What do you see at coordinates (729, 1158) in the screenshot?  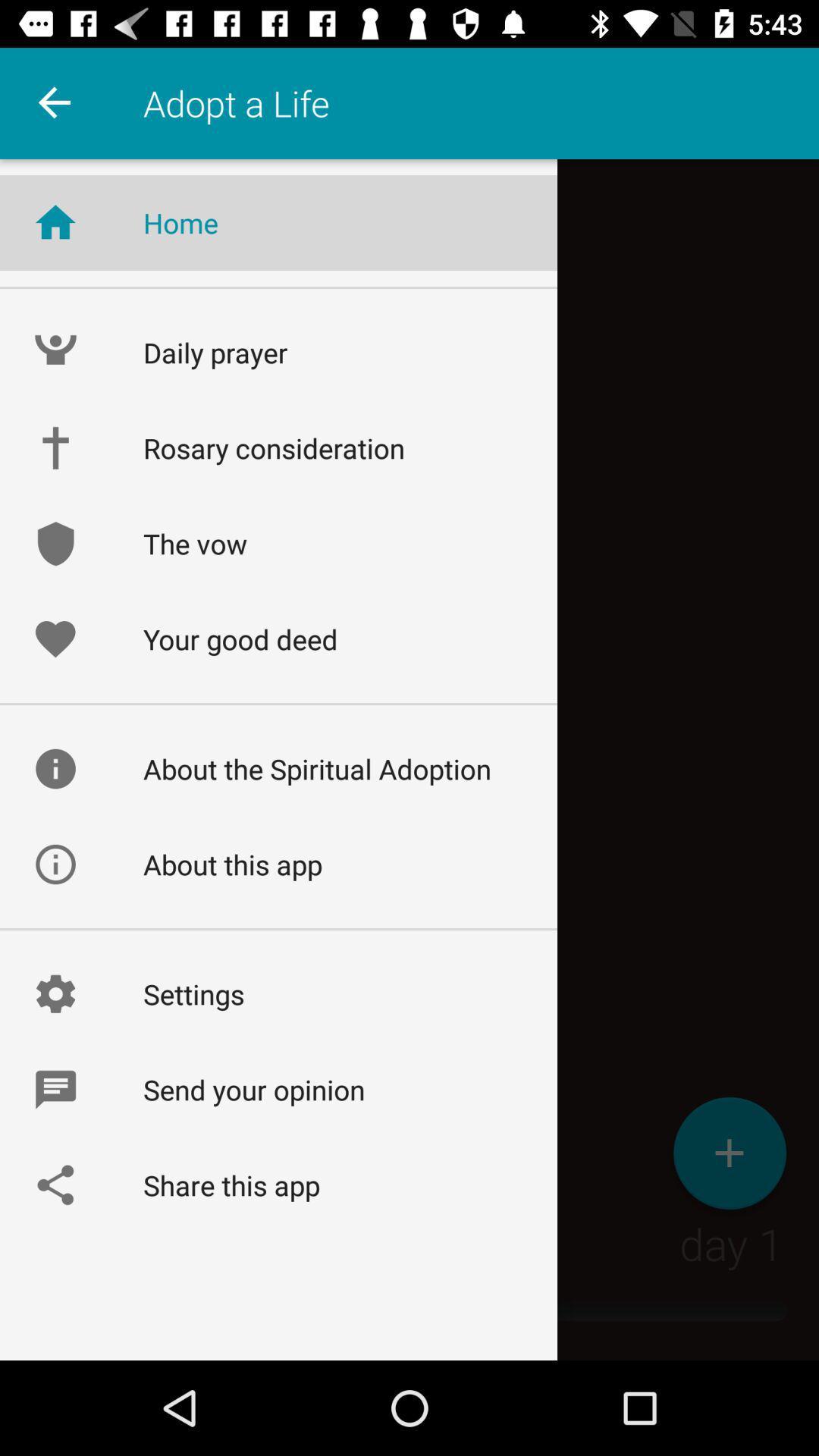 I see `the add icon` at bounding box center [729, 1158].